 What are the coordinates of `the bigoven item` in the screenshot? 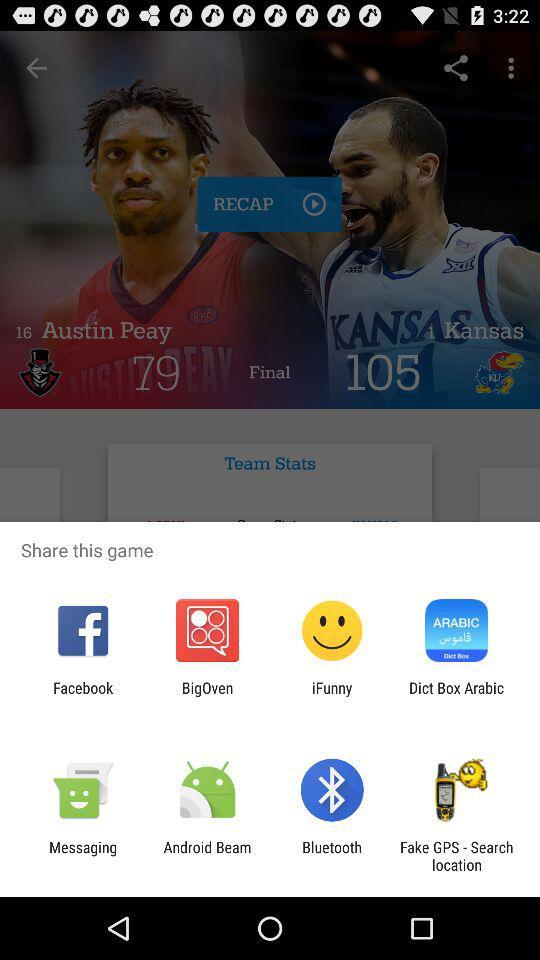 It's located at (206, 696).